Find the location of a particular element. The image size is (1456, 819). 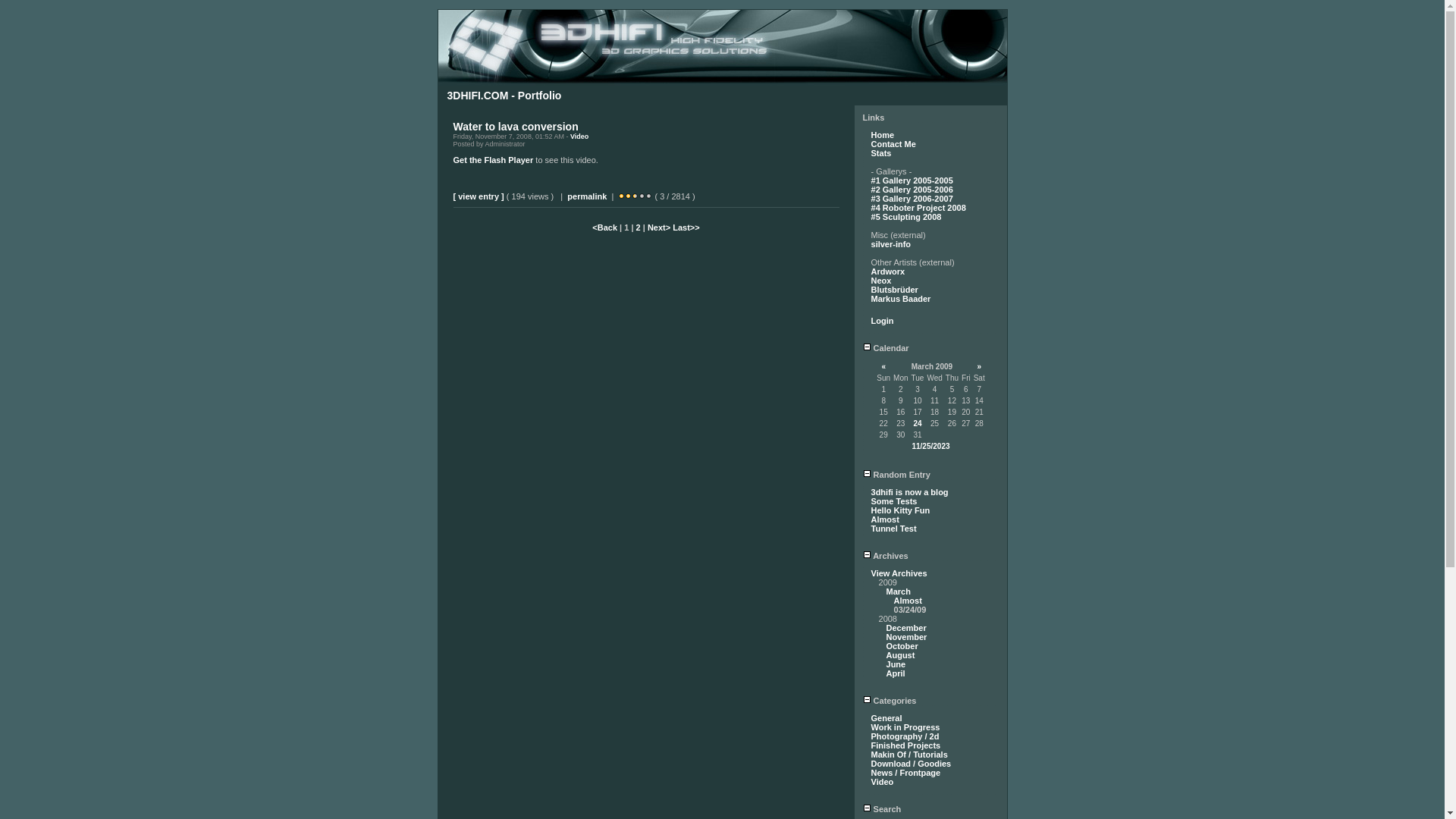

'Home' is located at coordinates (883, 133).